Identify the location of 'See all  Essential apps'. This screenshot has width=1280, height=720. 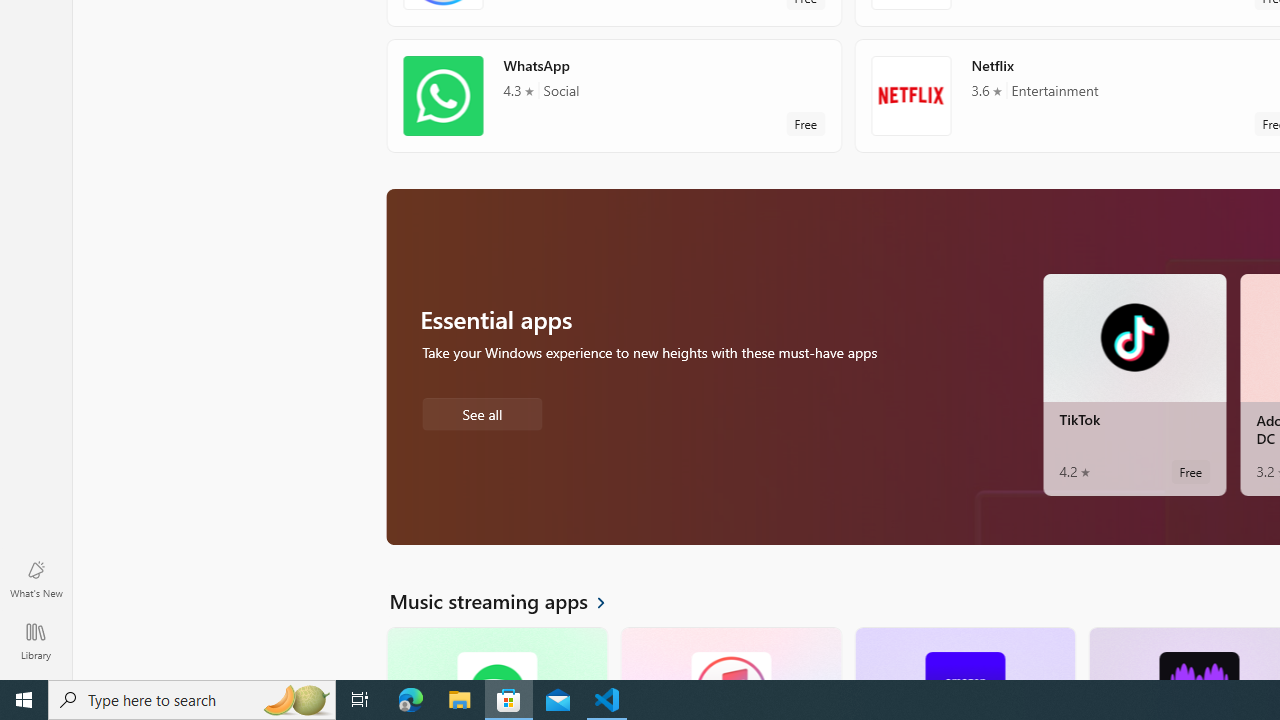
(481, 411).